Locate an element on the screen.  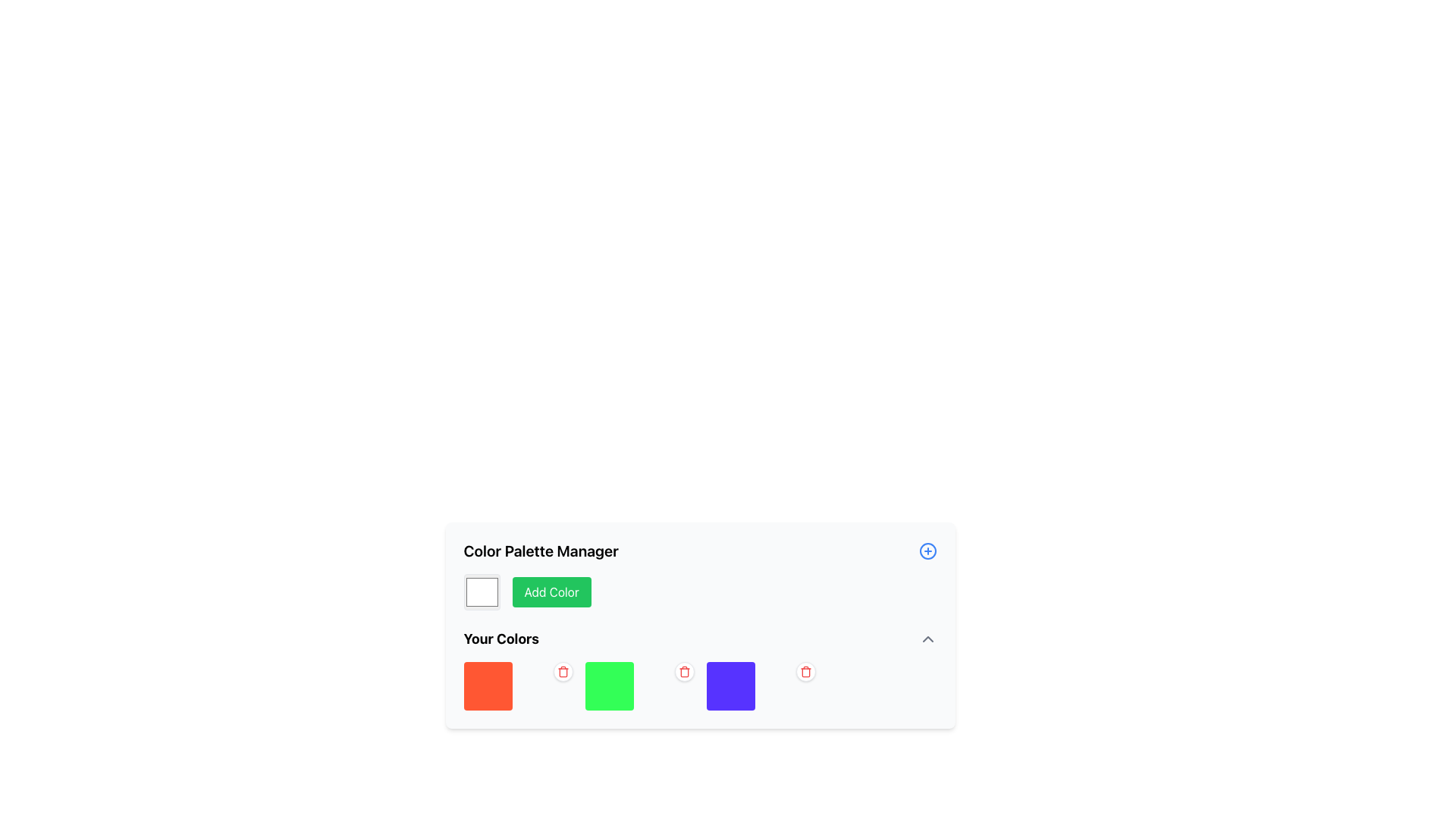
the Color card located at the first position of a four-column grid is located at coordinates (518, 686).